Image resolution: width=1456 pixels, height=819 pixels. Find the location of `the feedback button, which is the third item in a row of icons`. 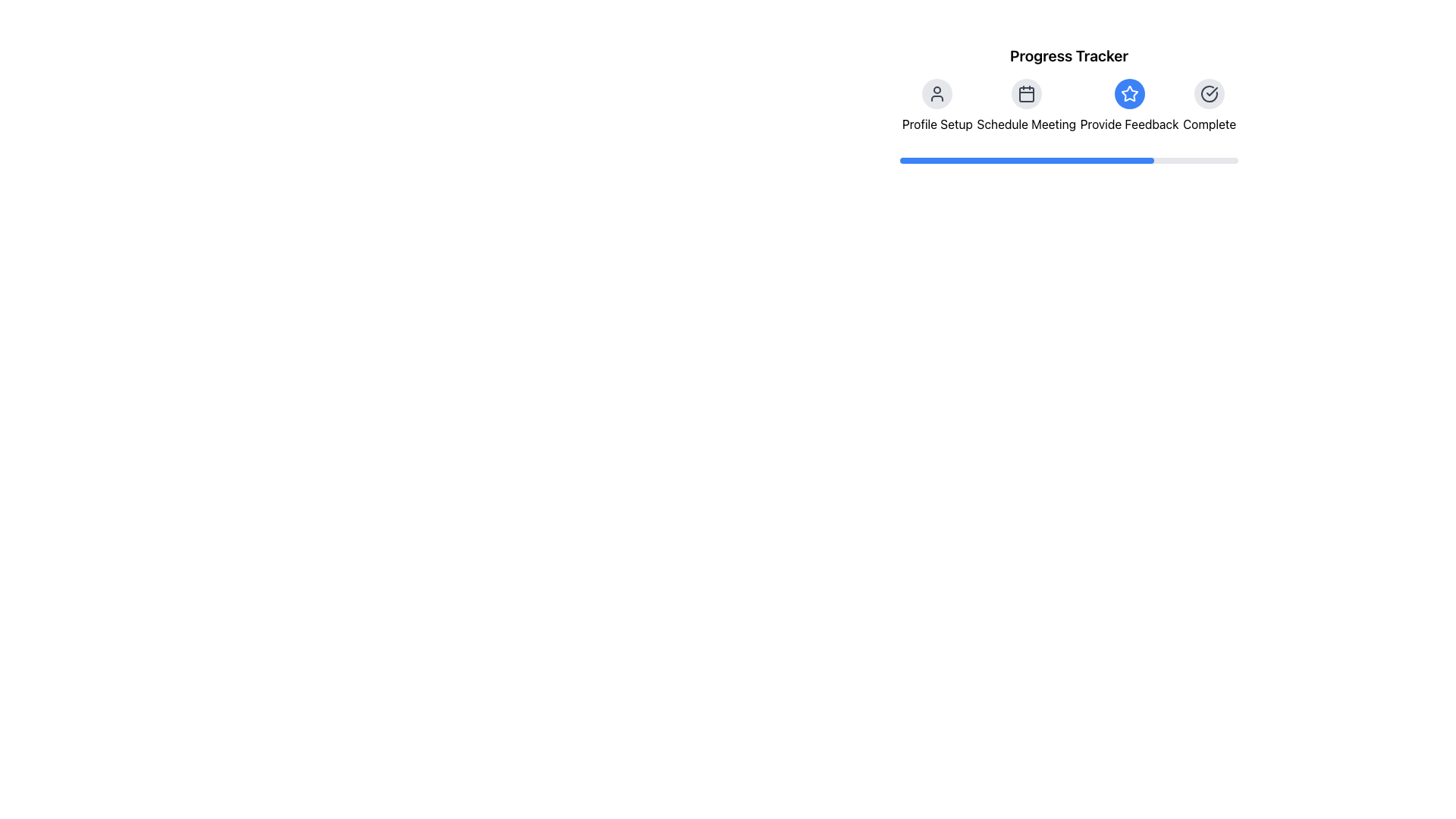

the feedback button, which is the third item in a row of icons is located at coordinates (1129, 105).